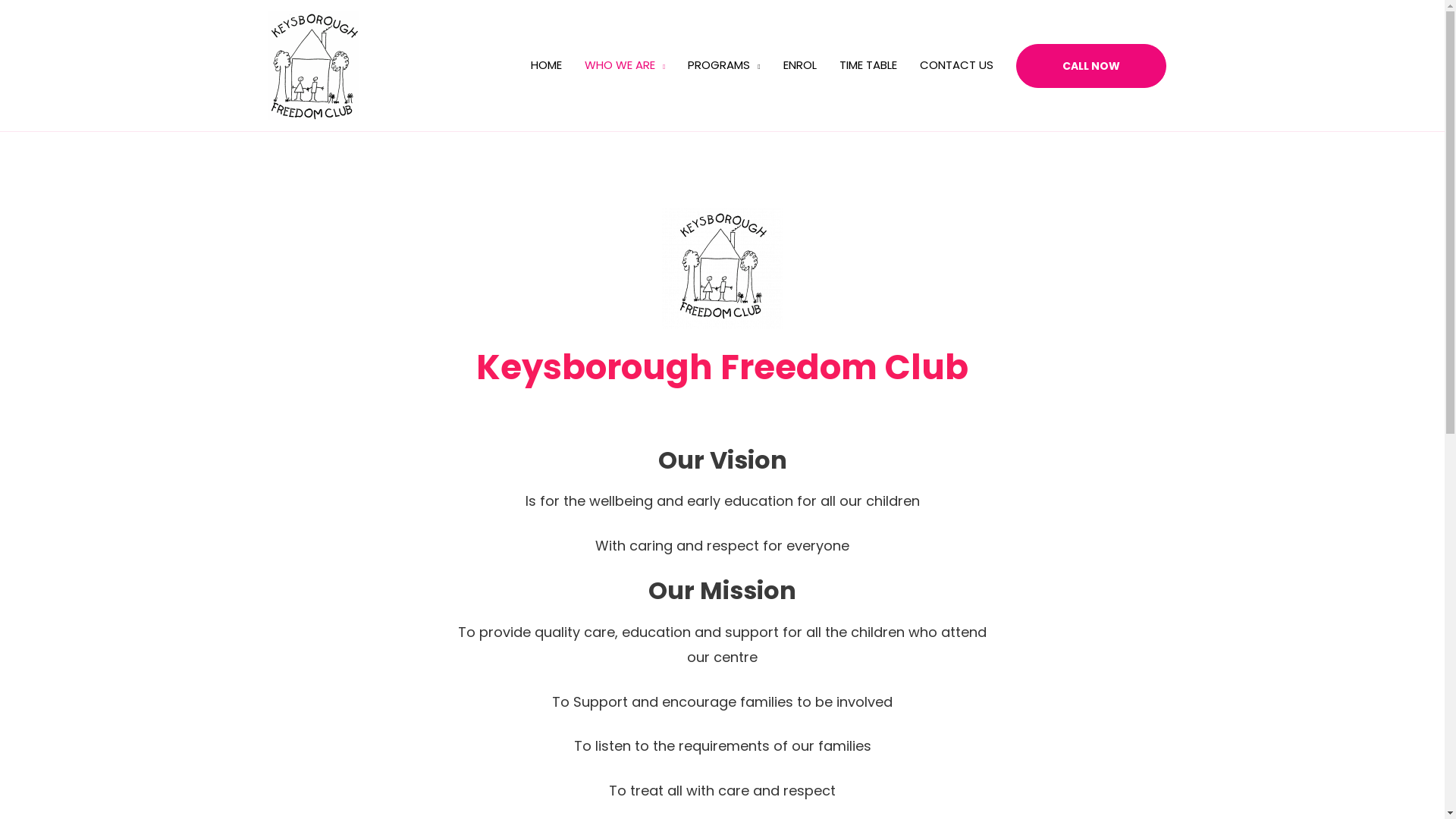 The image size is (1456, 819). What do you see at coordinates (572, 64) in the screenshot?
I see `'WHO WE ARE'` at bounding box center [572, 64].